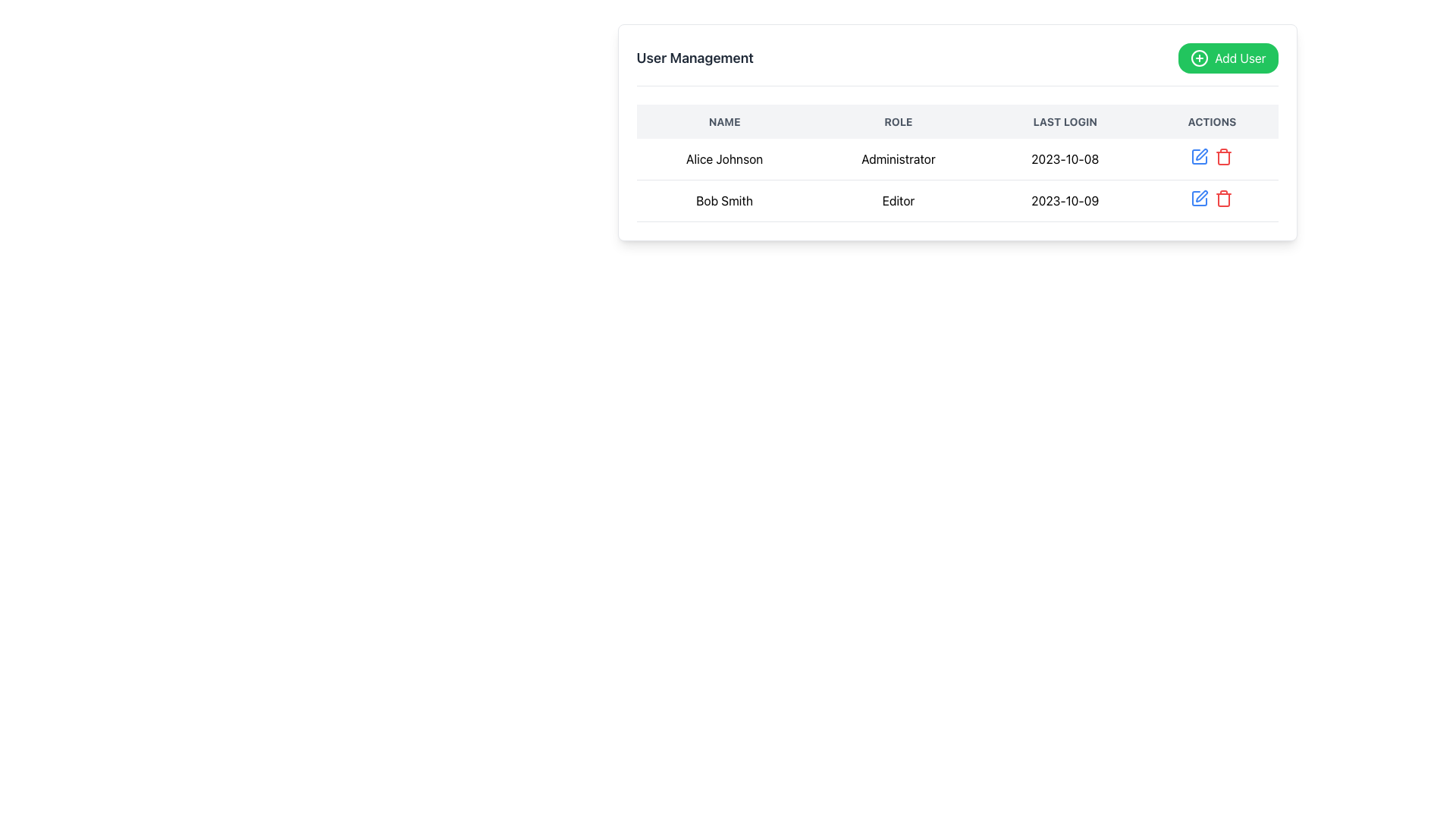  Describe the element at coordinates (1224, 157) in the screenshot. I see `the red trash icon button in the Actions column of the User Management table for user 'Bob Smith'` at that location.